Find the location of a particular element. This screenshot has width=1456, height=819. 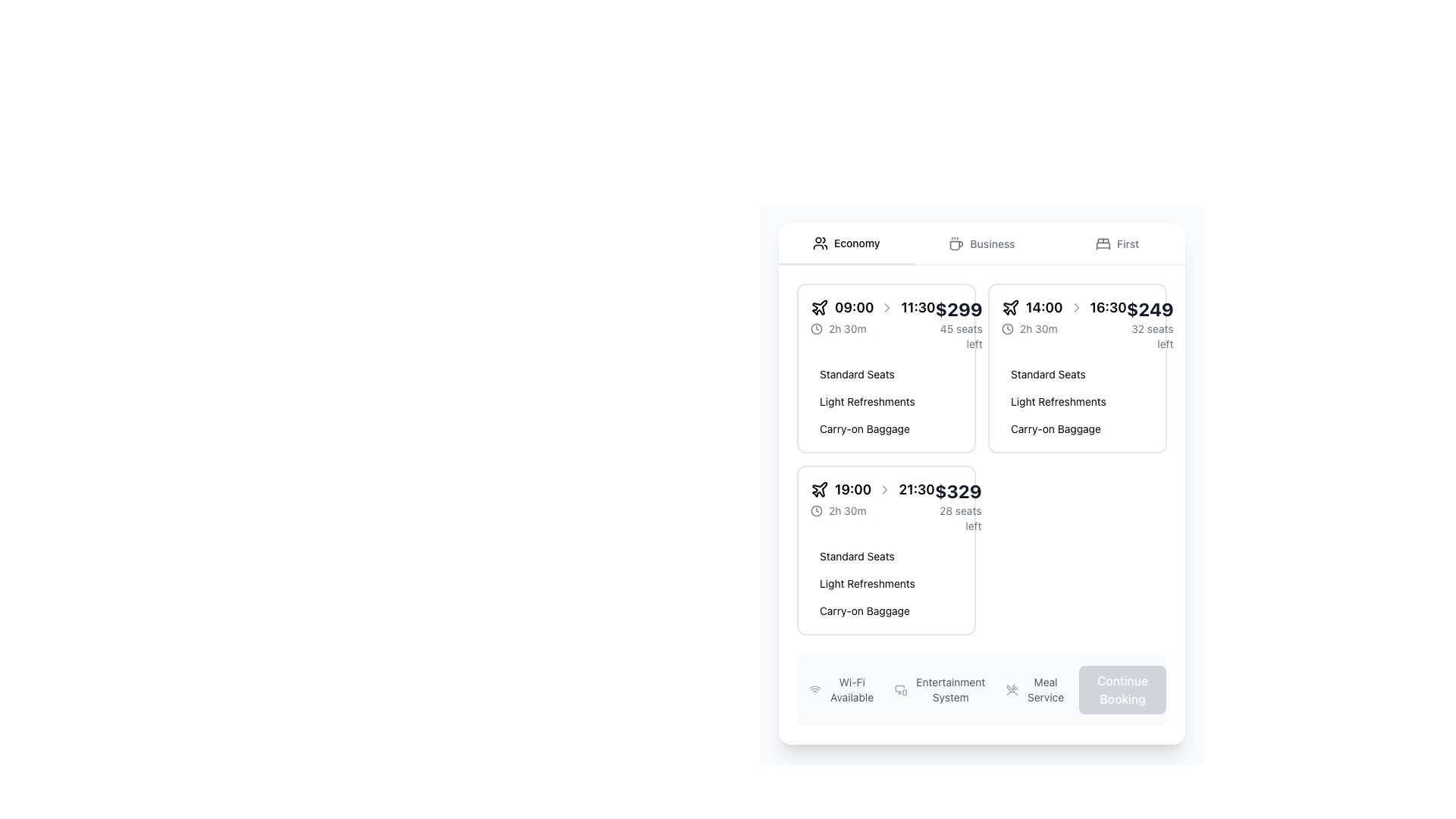

text label indicating seat availability located below the '$299' price text in the top-left ticket option of the ticket selection grid is located at coordinates (958, 335).